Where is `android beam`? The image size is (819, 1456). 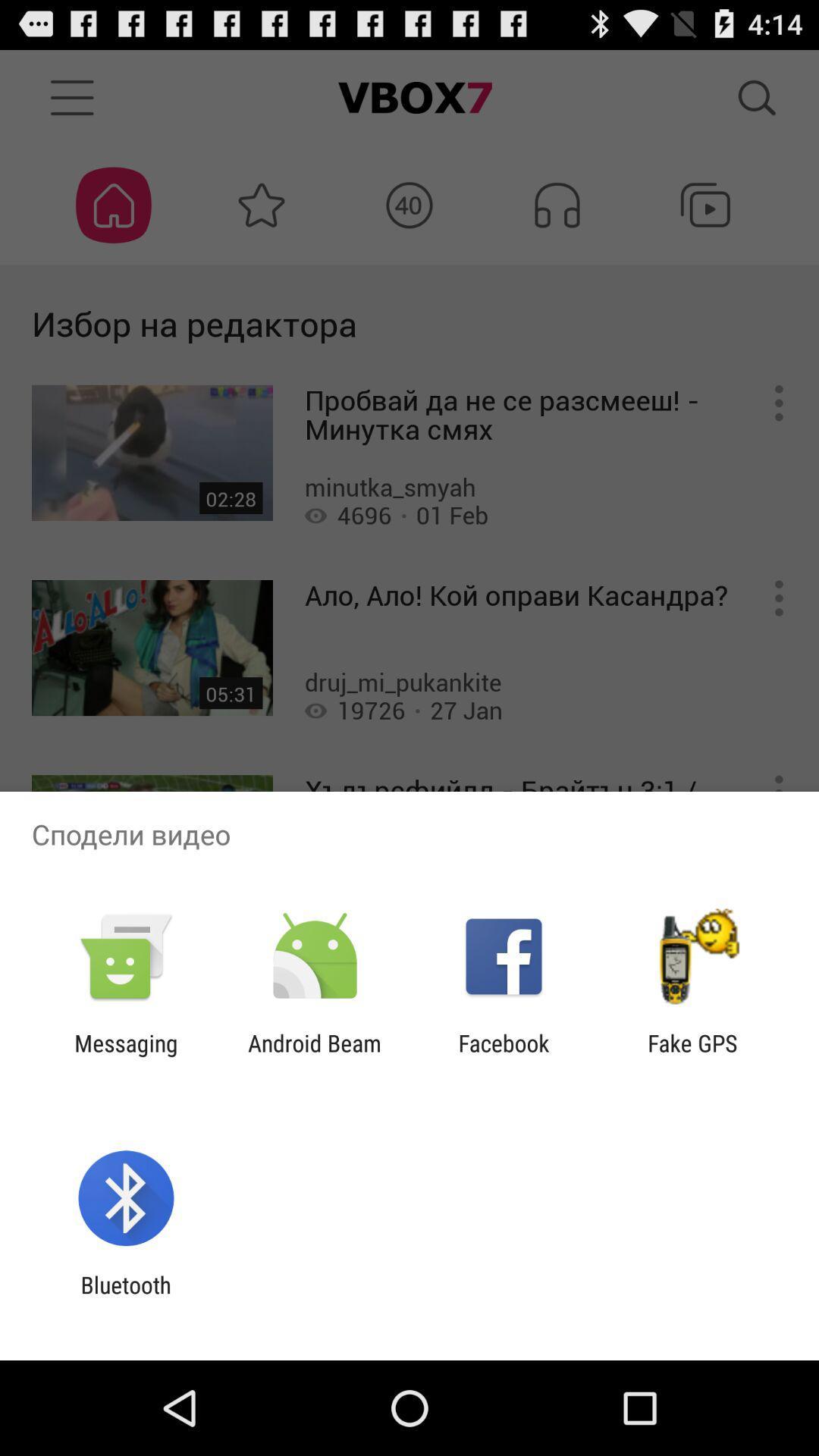
android beam is located at coordinates (314, 1056).